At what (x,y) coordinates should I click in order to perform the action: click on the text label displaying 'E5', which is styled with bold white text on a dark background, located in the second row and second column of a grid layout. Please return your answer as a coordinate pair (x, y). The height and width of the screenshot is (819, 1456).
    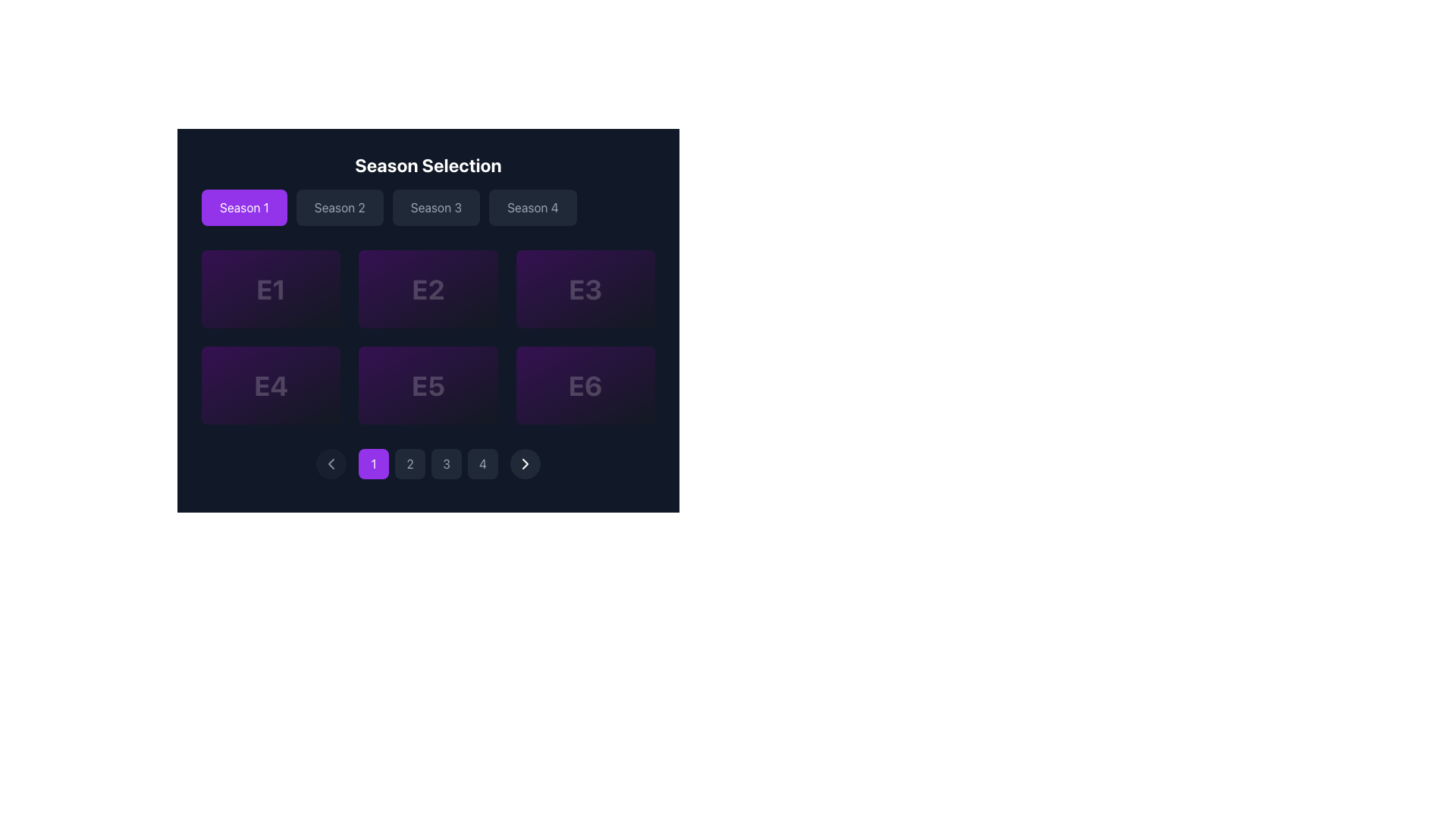
    Looking at the image, I should click on (428, 384).